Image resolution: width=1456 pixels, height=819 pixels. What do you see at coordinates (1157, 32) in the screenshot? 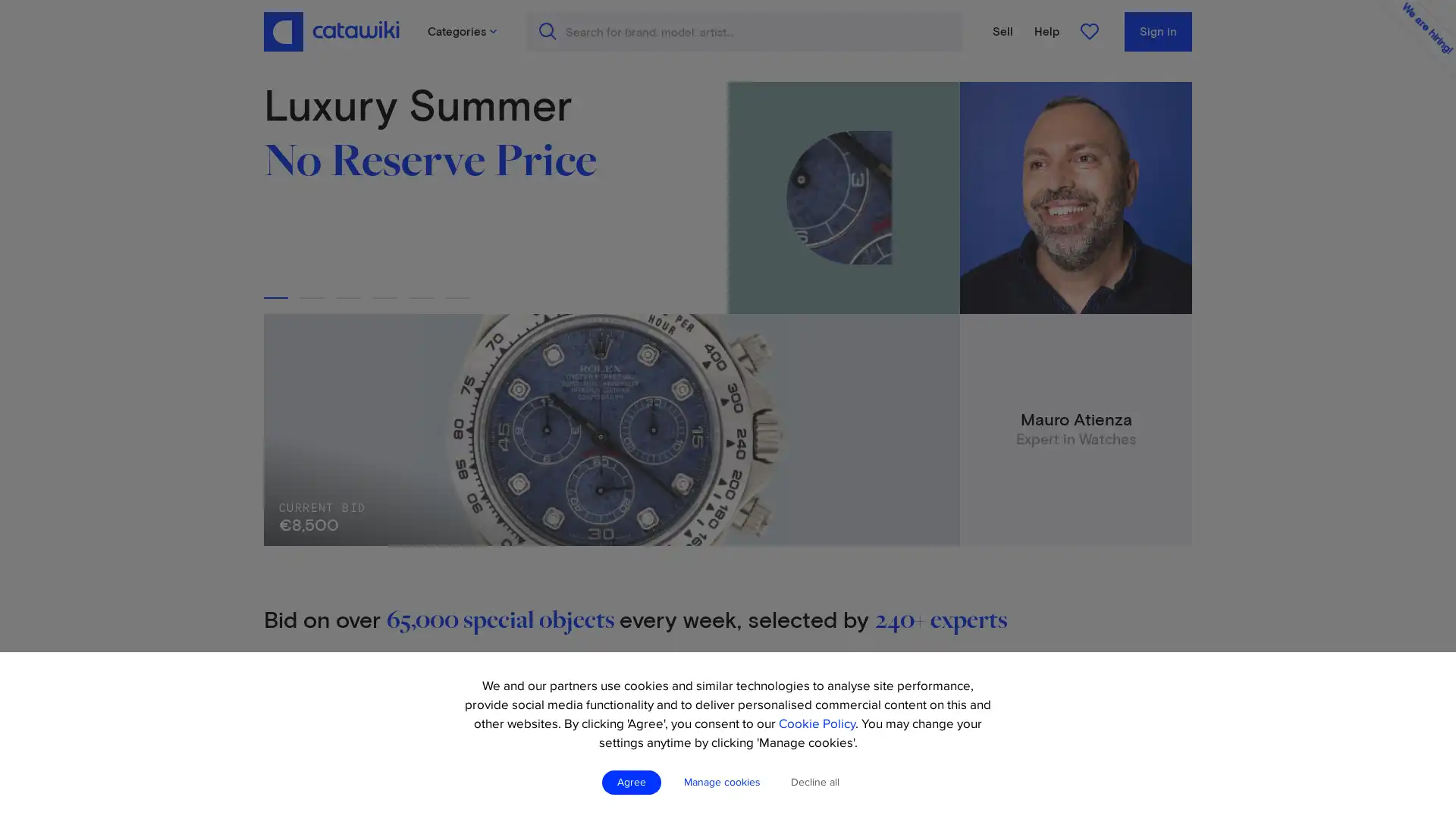
I see `Sign in` at bounding box center [1157, 32].